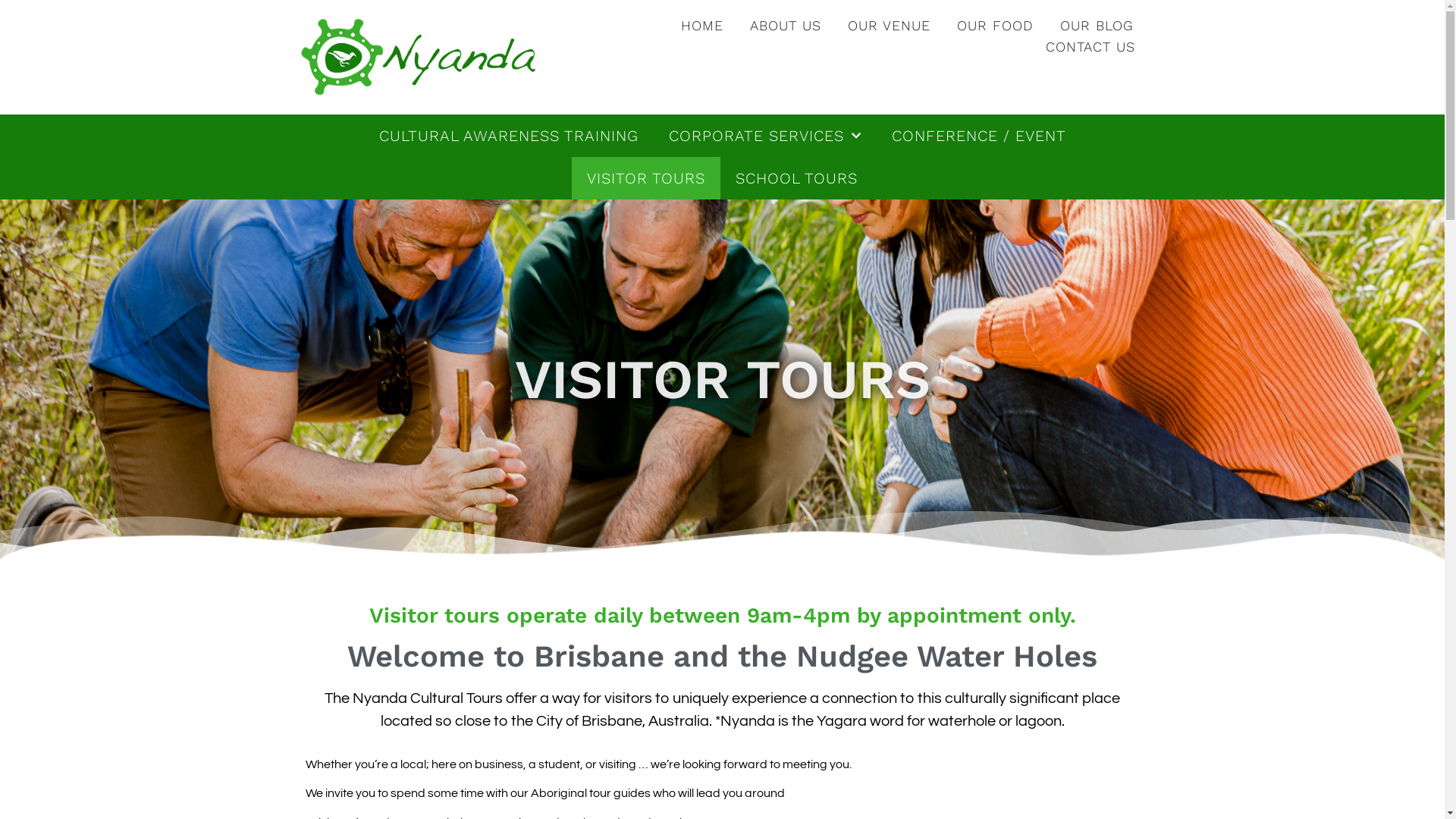 The height and width of the screenshot is (819, 1456). What do you see at coordinates (795, 177) in the screenshot?
I see `'SCHOOL TOURS'` at bounding box center [795, 177].